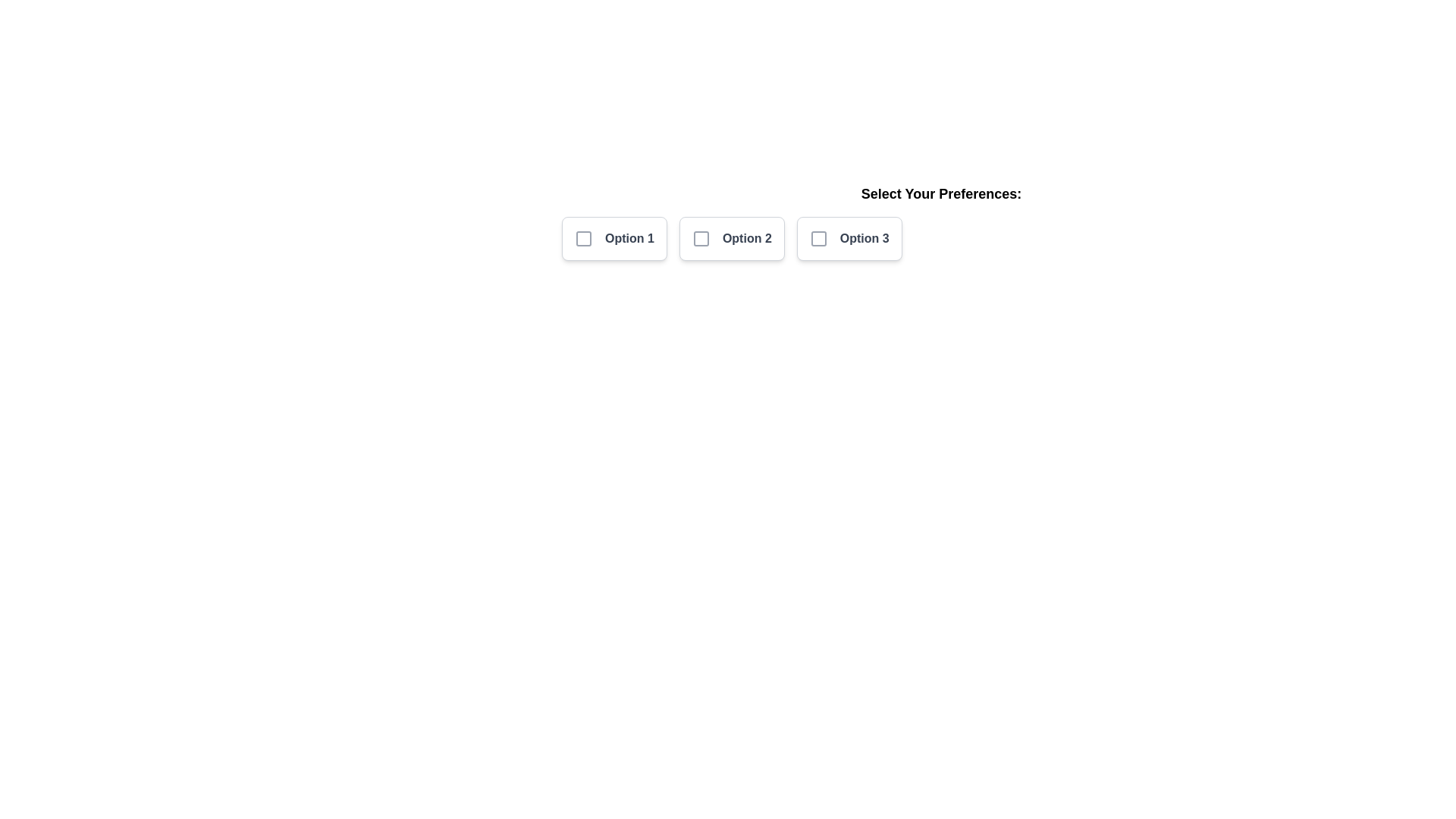  Describe the element at coordinates (700, 239) in the screenshot. I see `the checkbox or selectable icon associated with 'Option 2'` at that location.